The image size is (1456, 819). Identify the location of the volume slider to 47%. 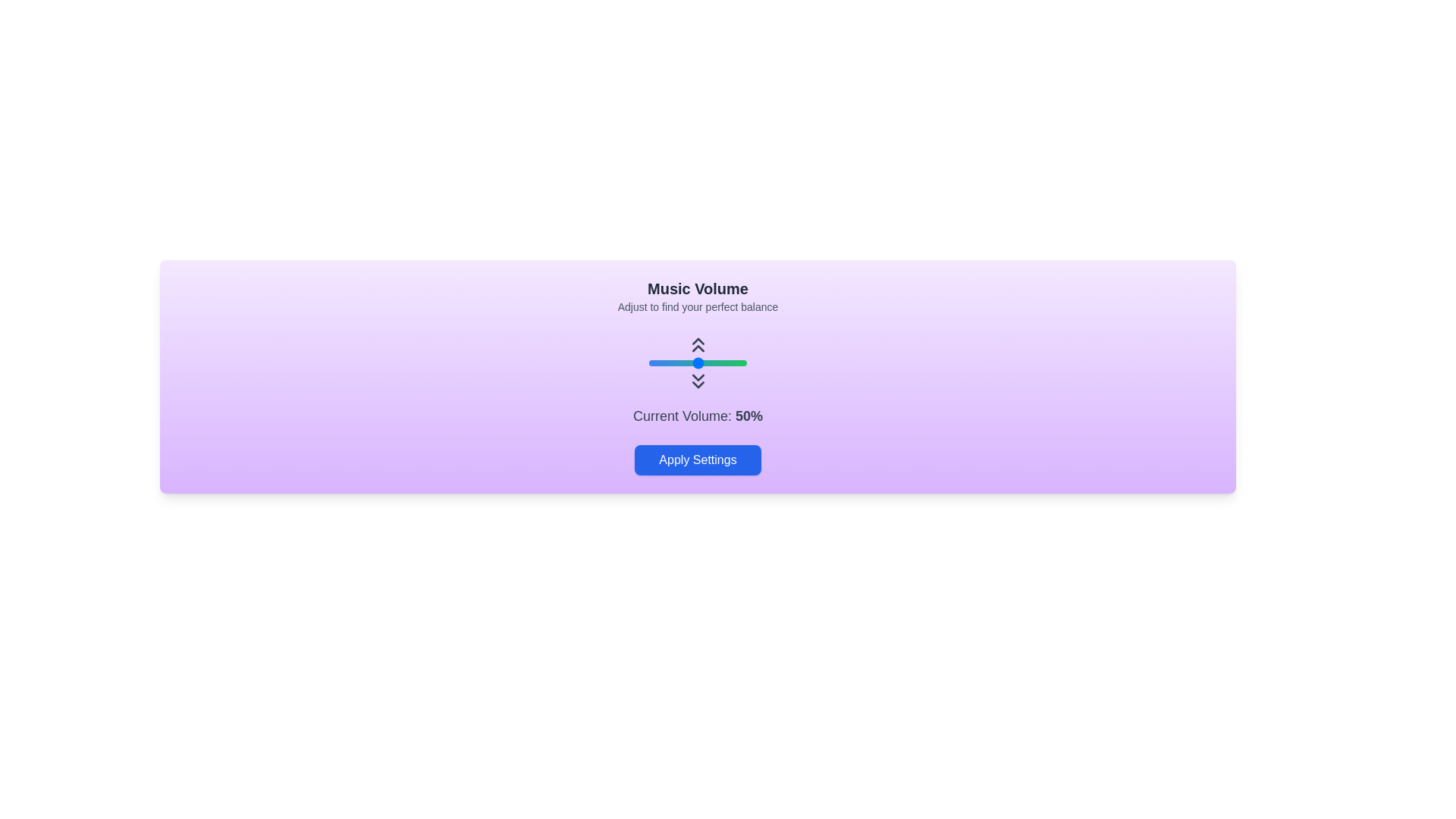
(694, 362).